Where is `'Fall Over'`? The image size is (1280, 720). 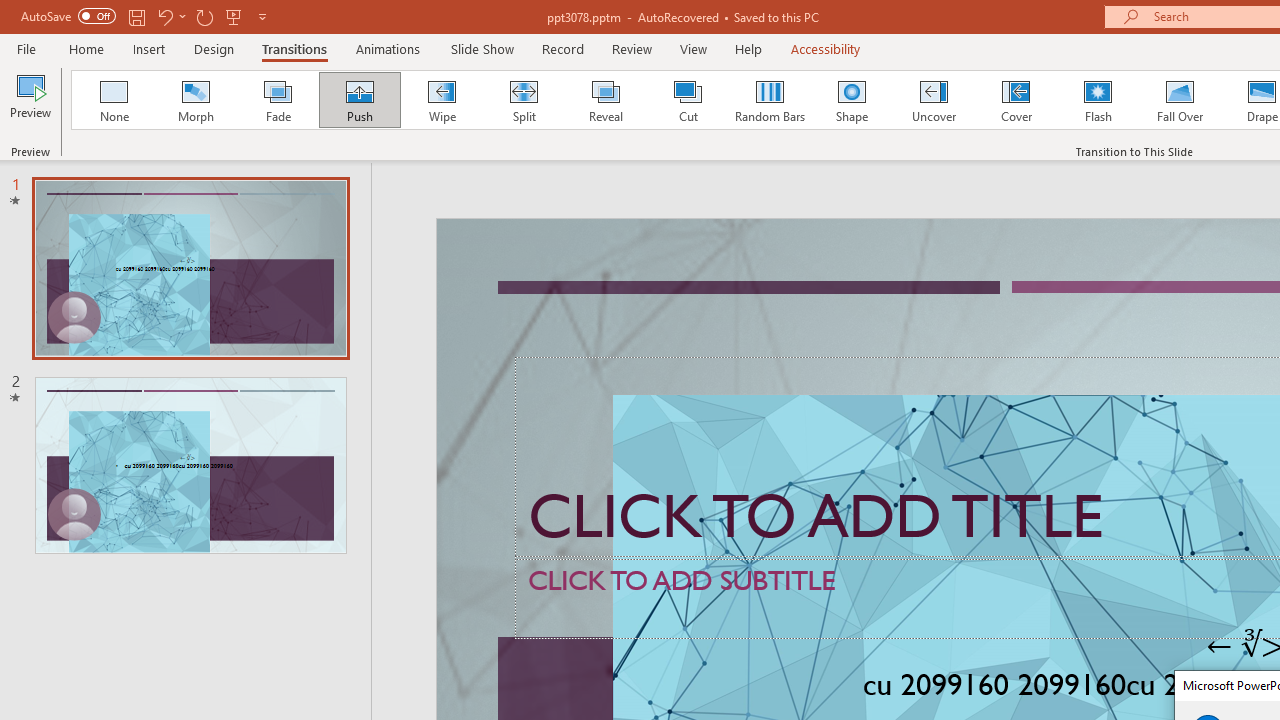
'Fall Over' is located at coordinates (1180, 100).